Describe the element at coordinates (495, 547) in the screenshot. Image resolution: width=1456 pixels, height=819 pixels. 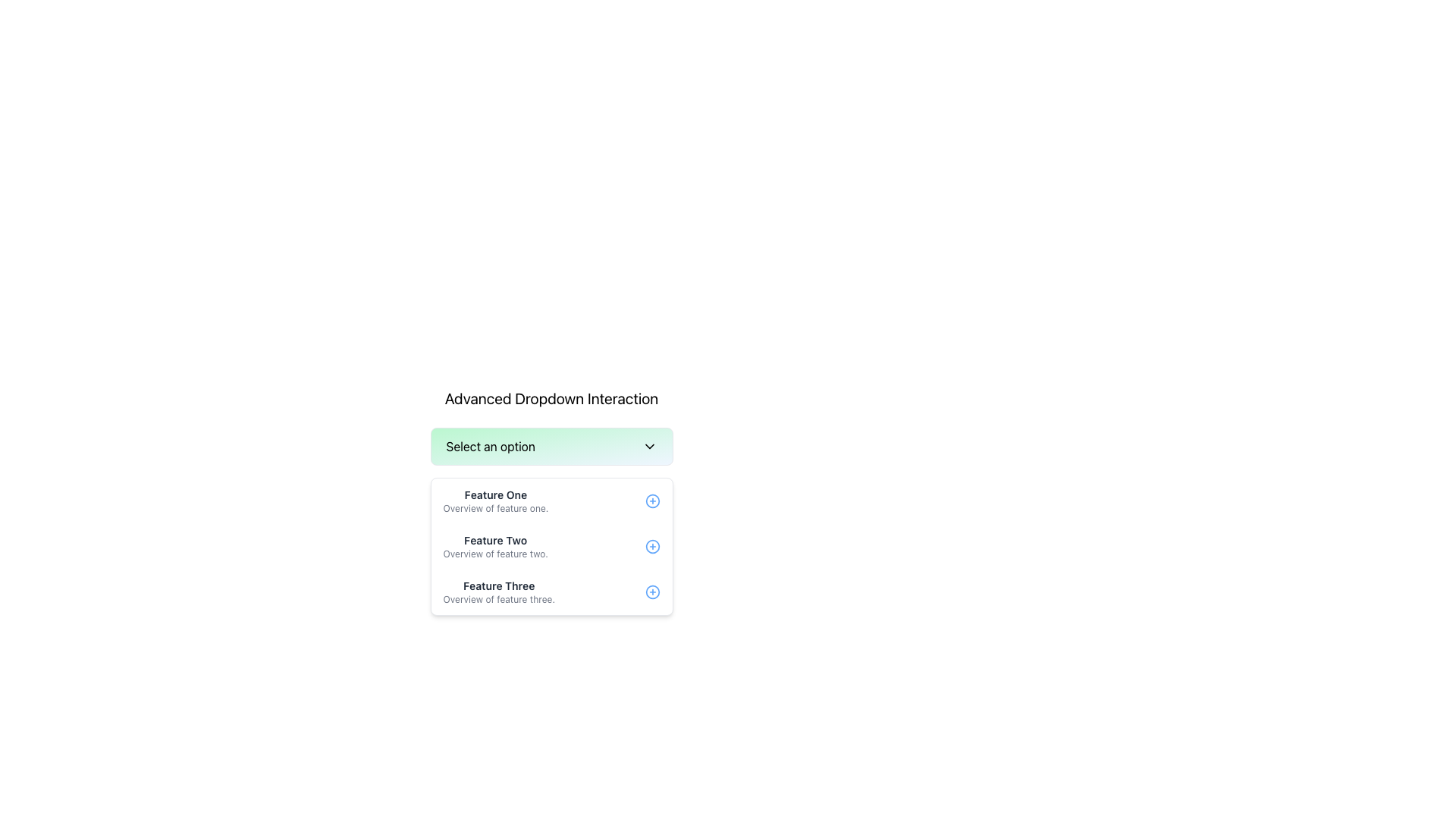
I see `to select the second option in the dropdown menu that serves as a selectable feature between 'Feature One' and 'Feature Three'` at that location.